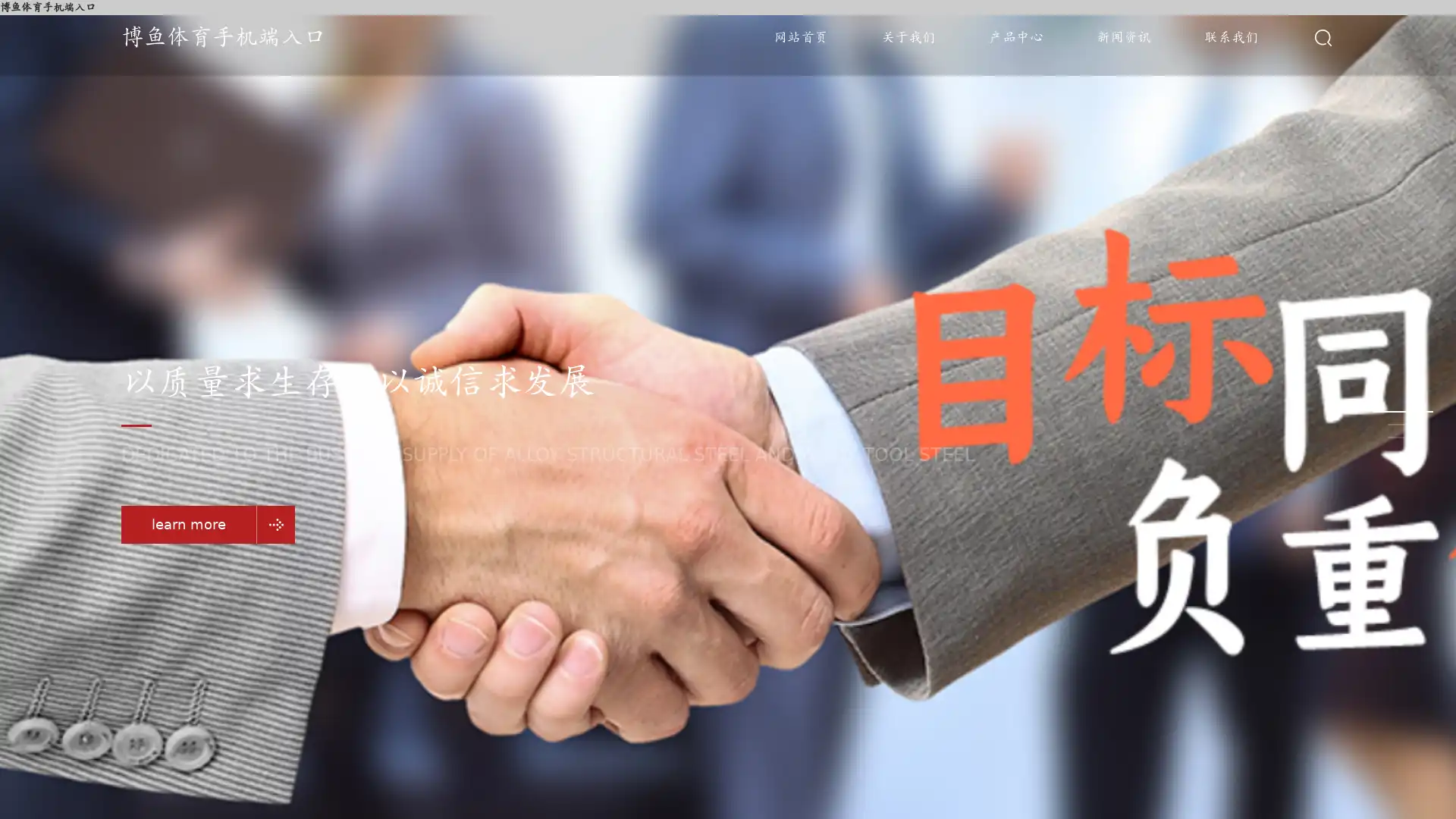  What do you see at coordinates (1401, 424) in the screenshot?
I see `Go to slide 2` at bounding box center [1401, 424].